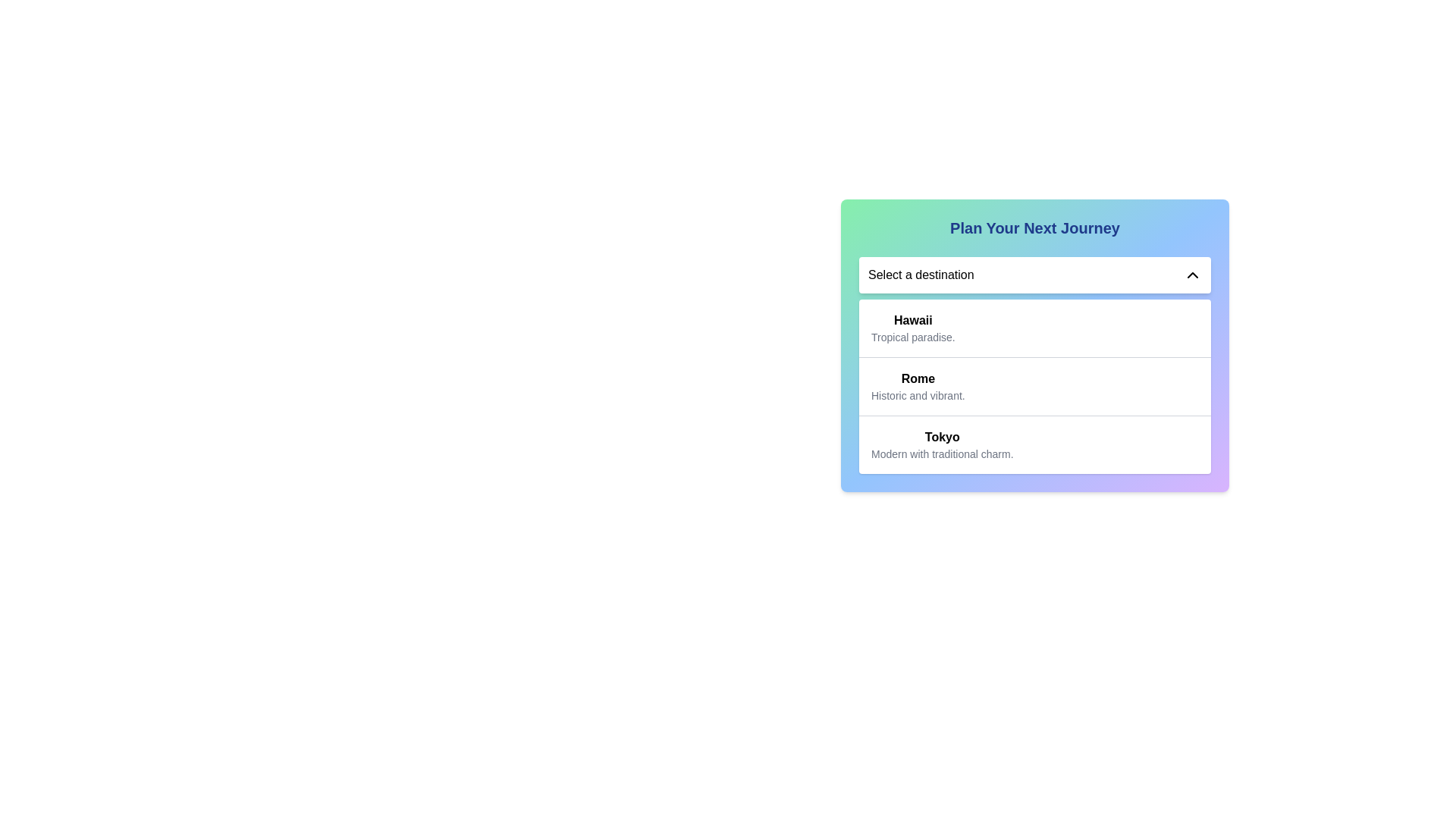 The height and width of the screenshot is (819, 1456). Describe the element at coordinates (920, 275) in the screenshot. I see `the text label displaying 'Select a destination' located in the left section of the dropdown menu` at that location.